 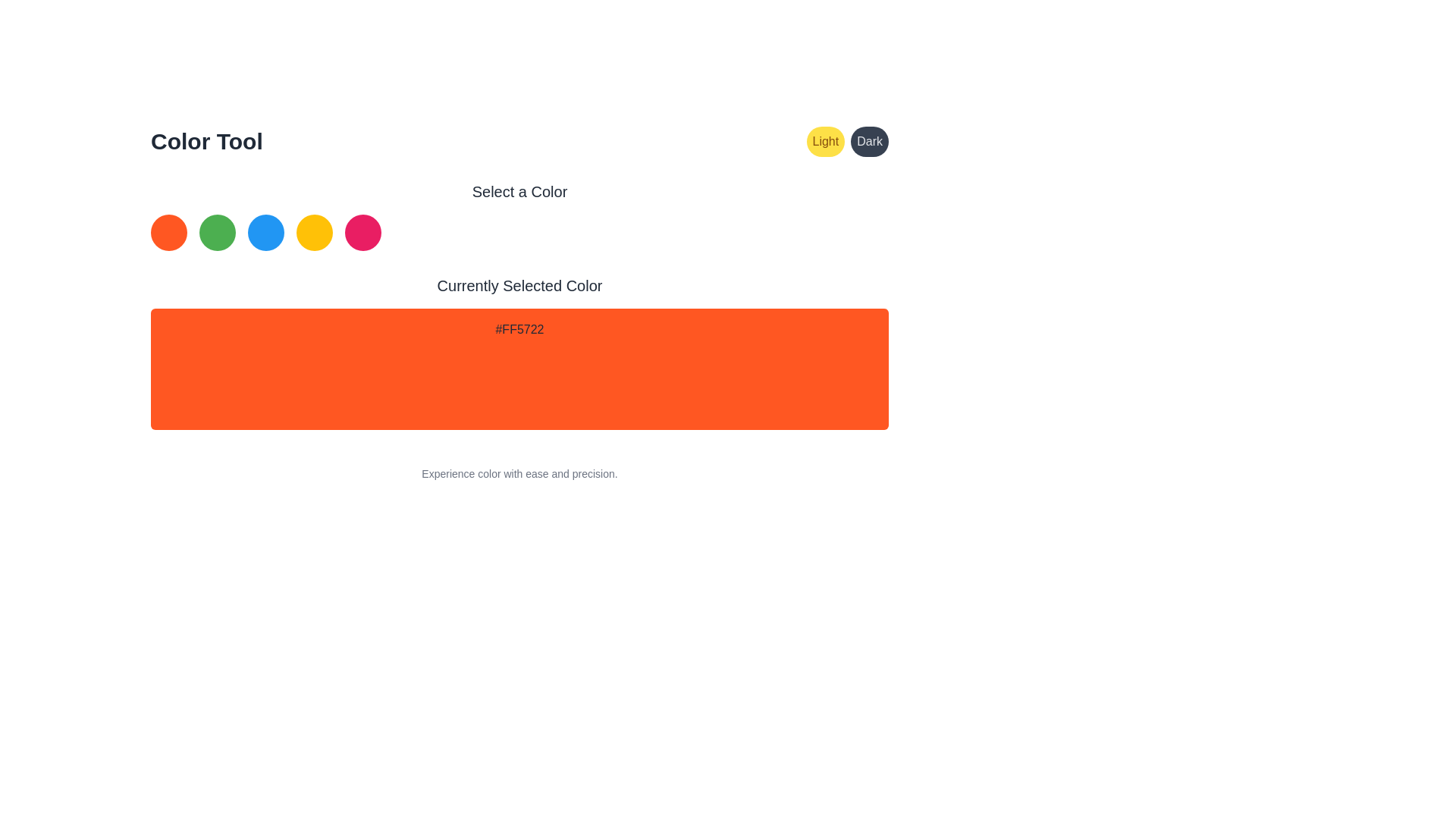 I want to click on text label located centrally above the color representation, which provides context for the displayed color, so click(x=519, y=286).